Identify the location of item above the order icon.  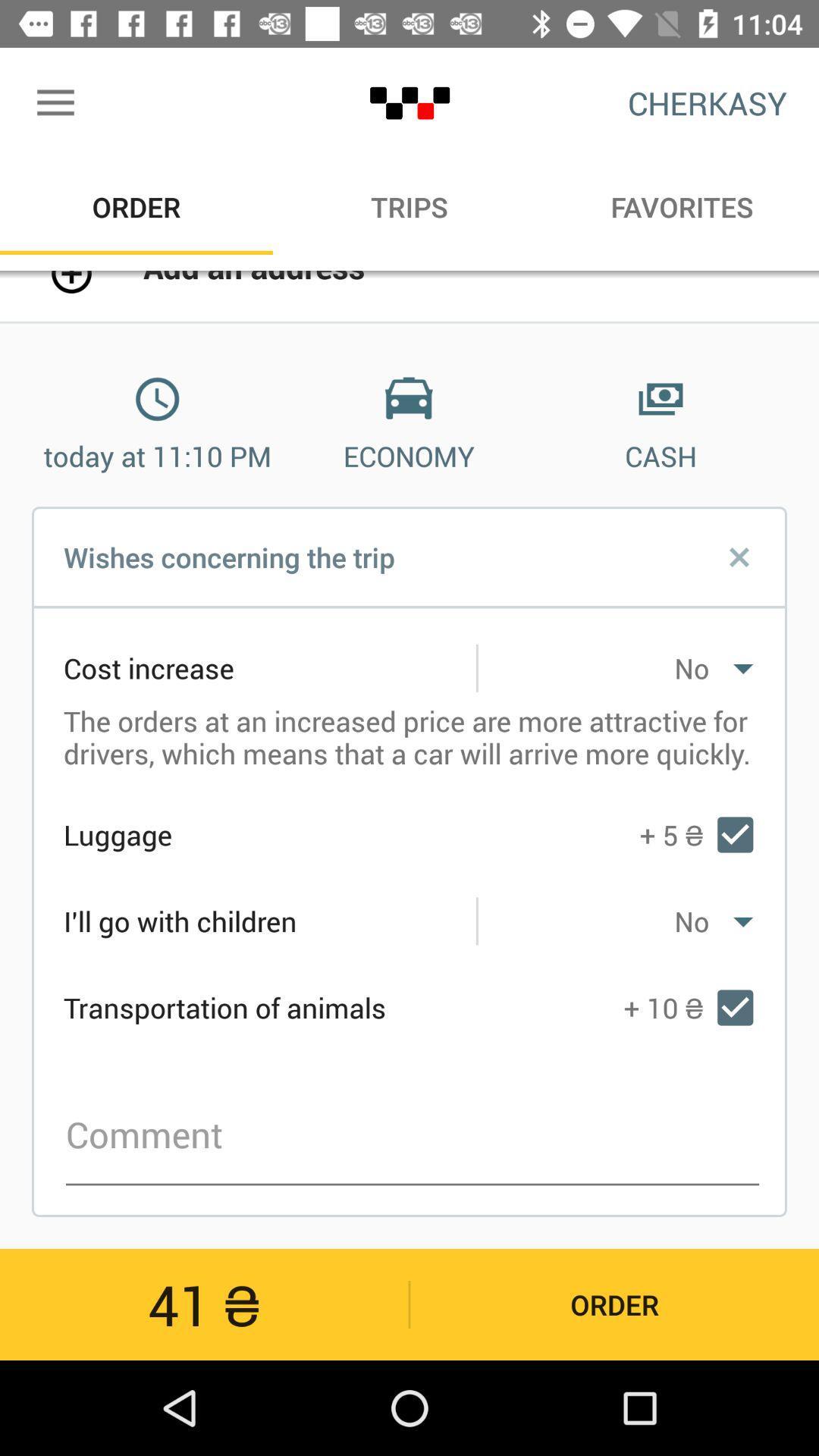
(55, 102).